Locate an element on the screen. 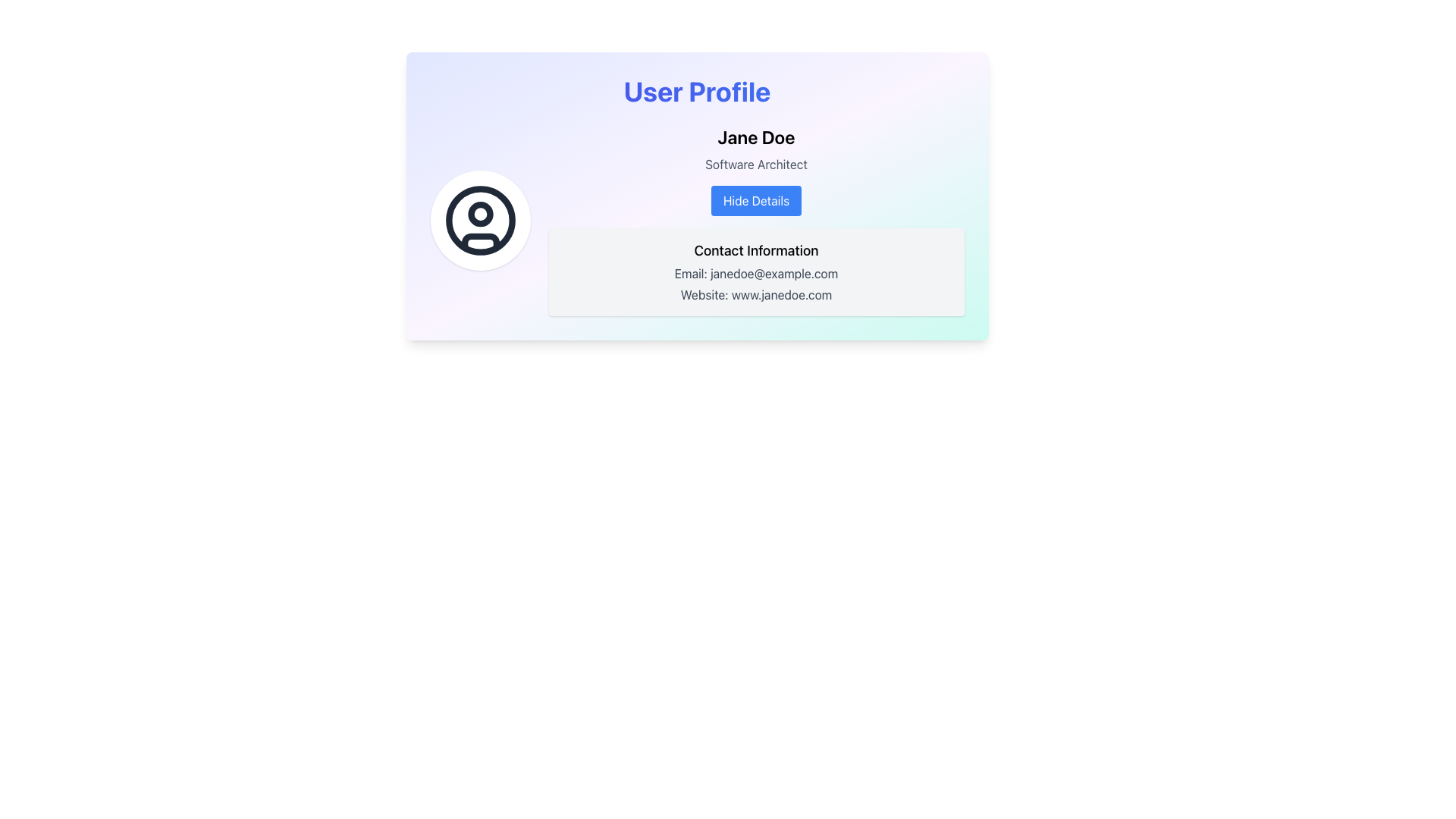  the distinct rectangular Informational box with a light gray background and rounded corners that contains the title 'Contact Information', positioned below the 'Hide Details' button is located at coordinates (756, 271).